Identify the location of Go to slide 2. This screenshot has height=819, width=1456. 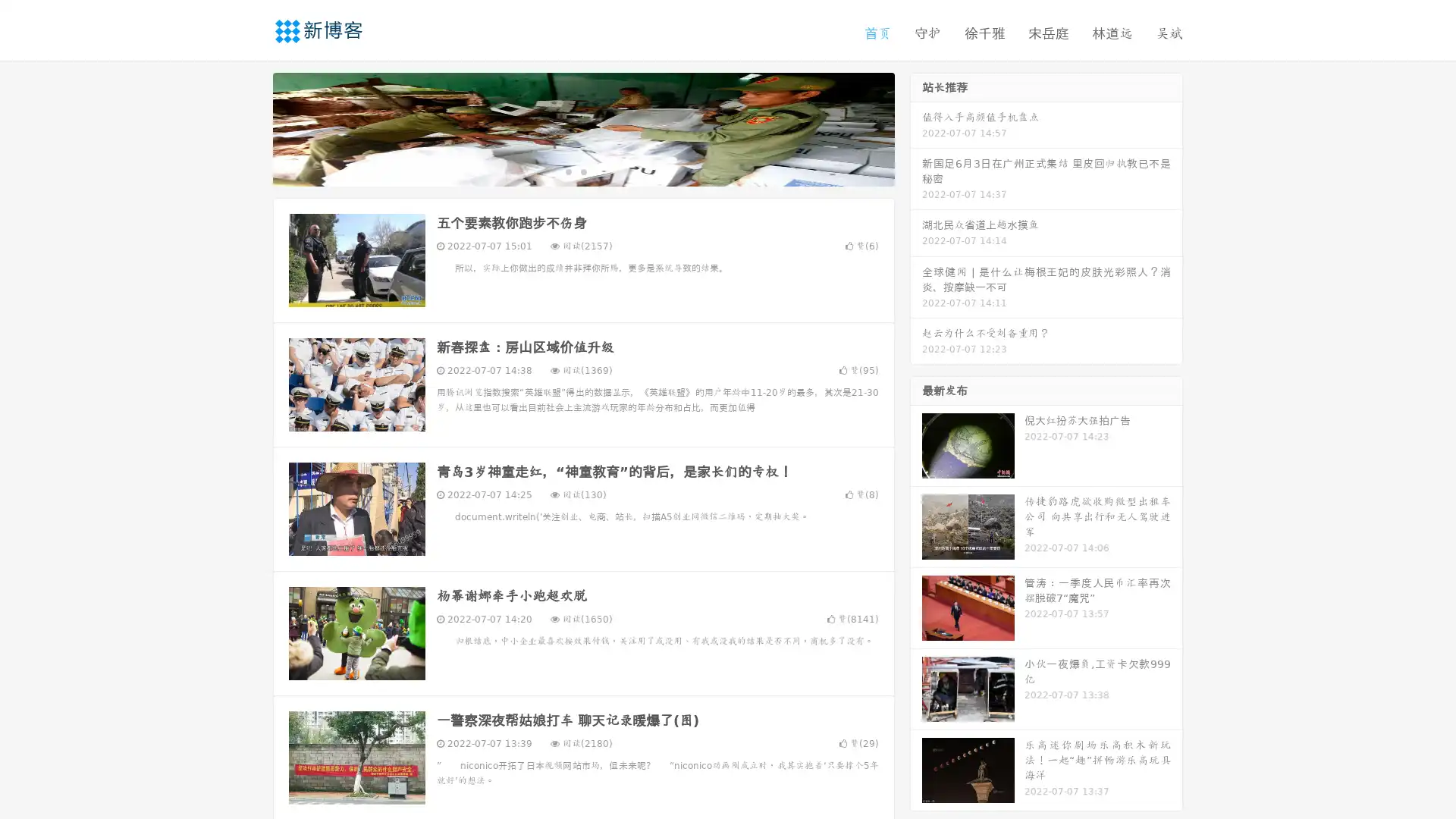
(582, 171).